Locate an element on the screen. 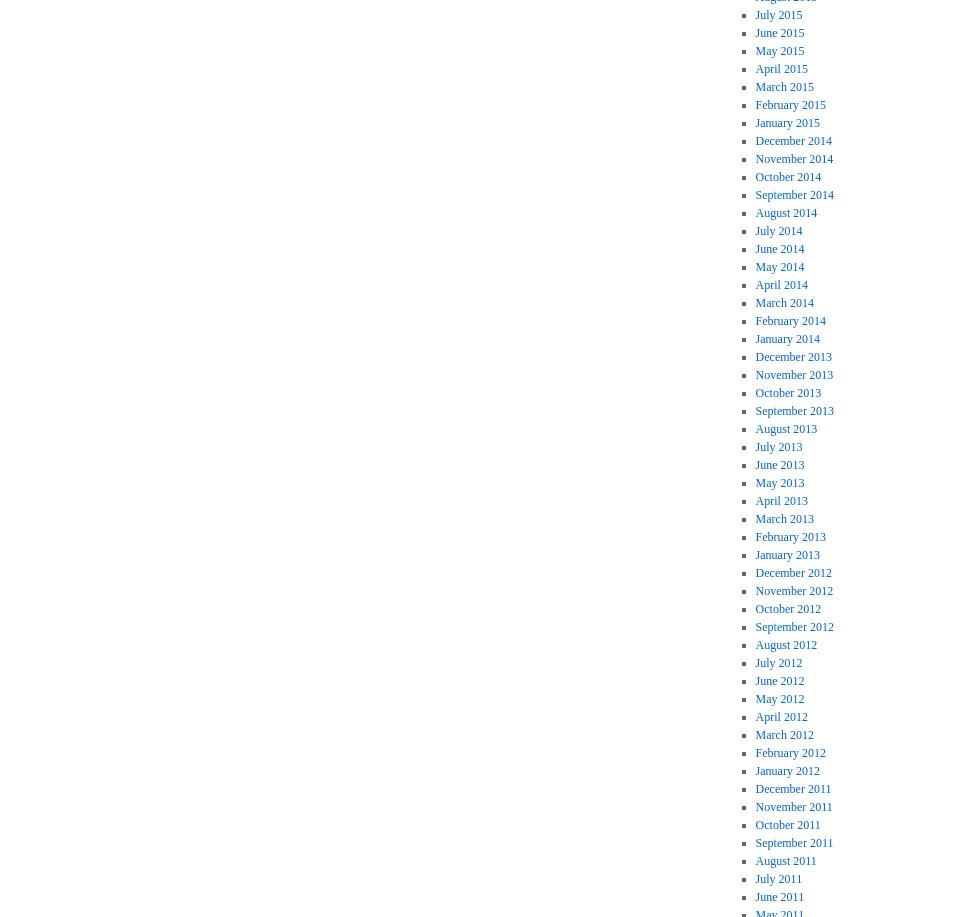 The image size is (980, 917). 'October 2013' is located at coordinates (788, 393).